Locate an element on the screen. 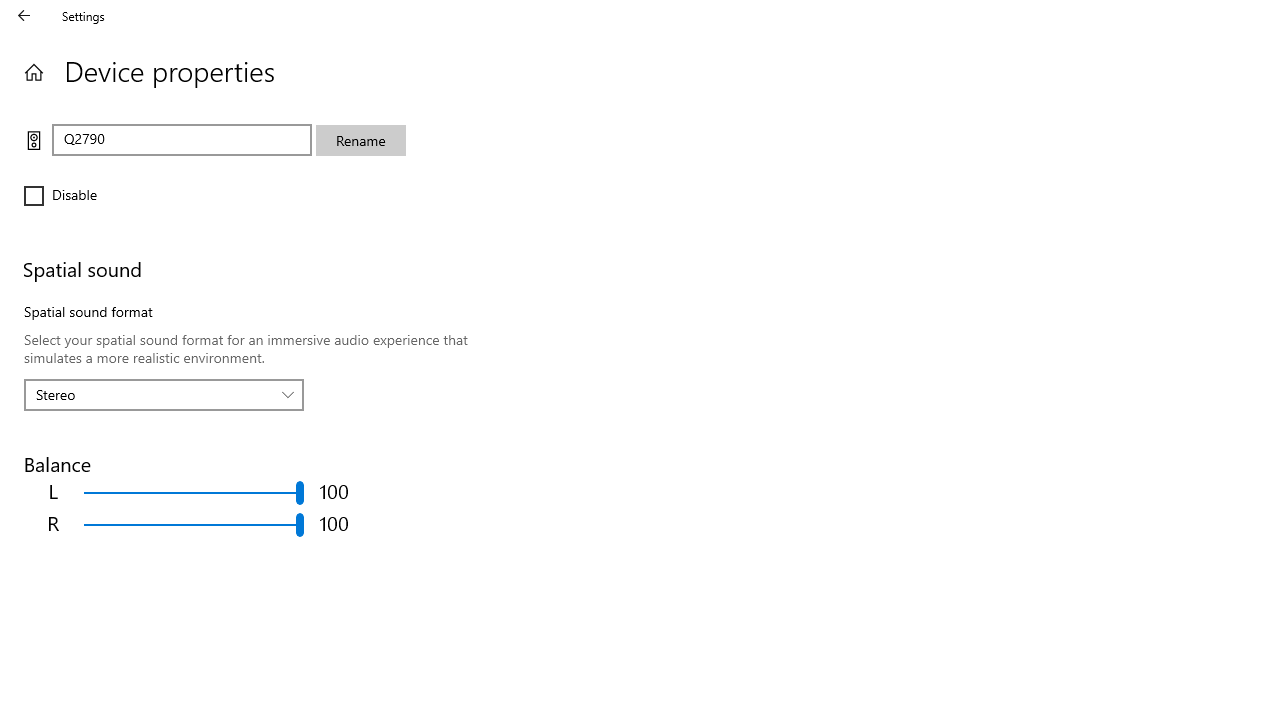 The height and width of the screenshot is (720, 1280). 'Adjust left audio balance' is located at coordinates (194, 492).